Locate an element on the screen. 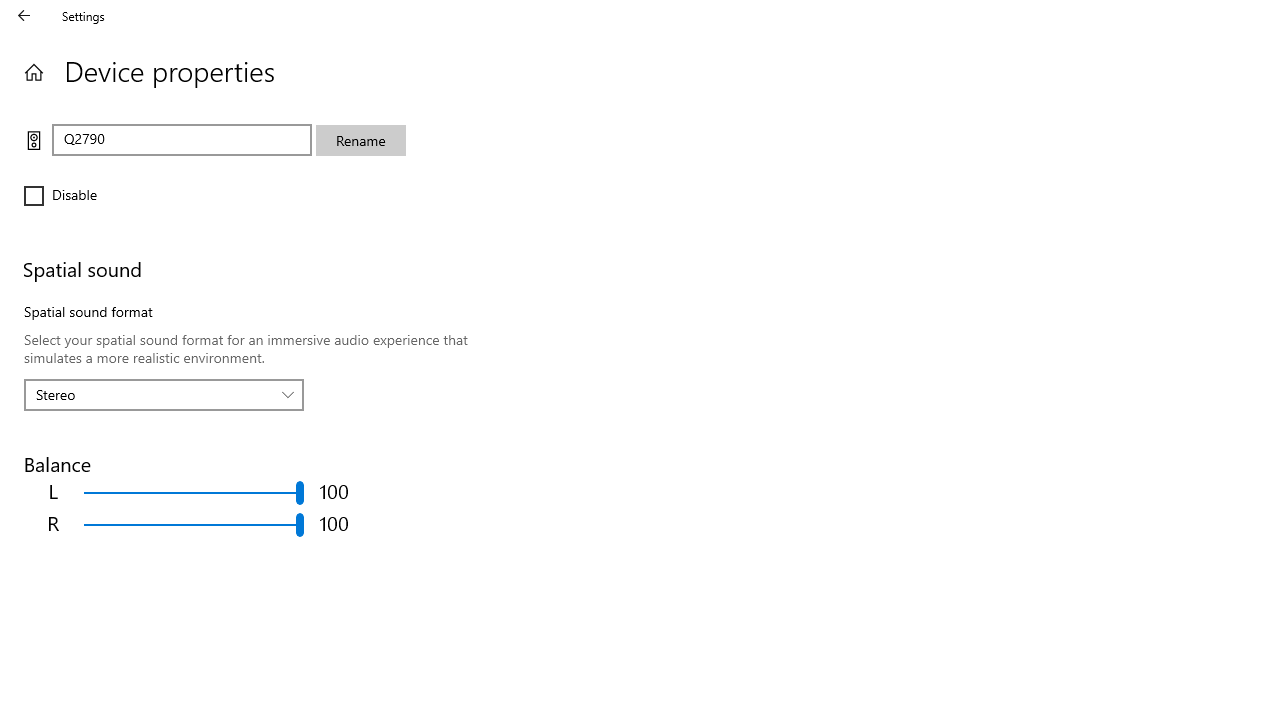 The height and width of the screenshot is (720, 1280). 'Adjust left audio balance' is located at coordinates (194, 492).